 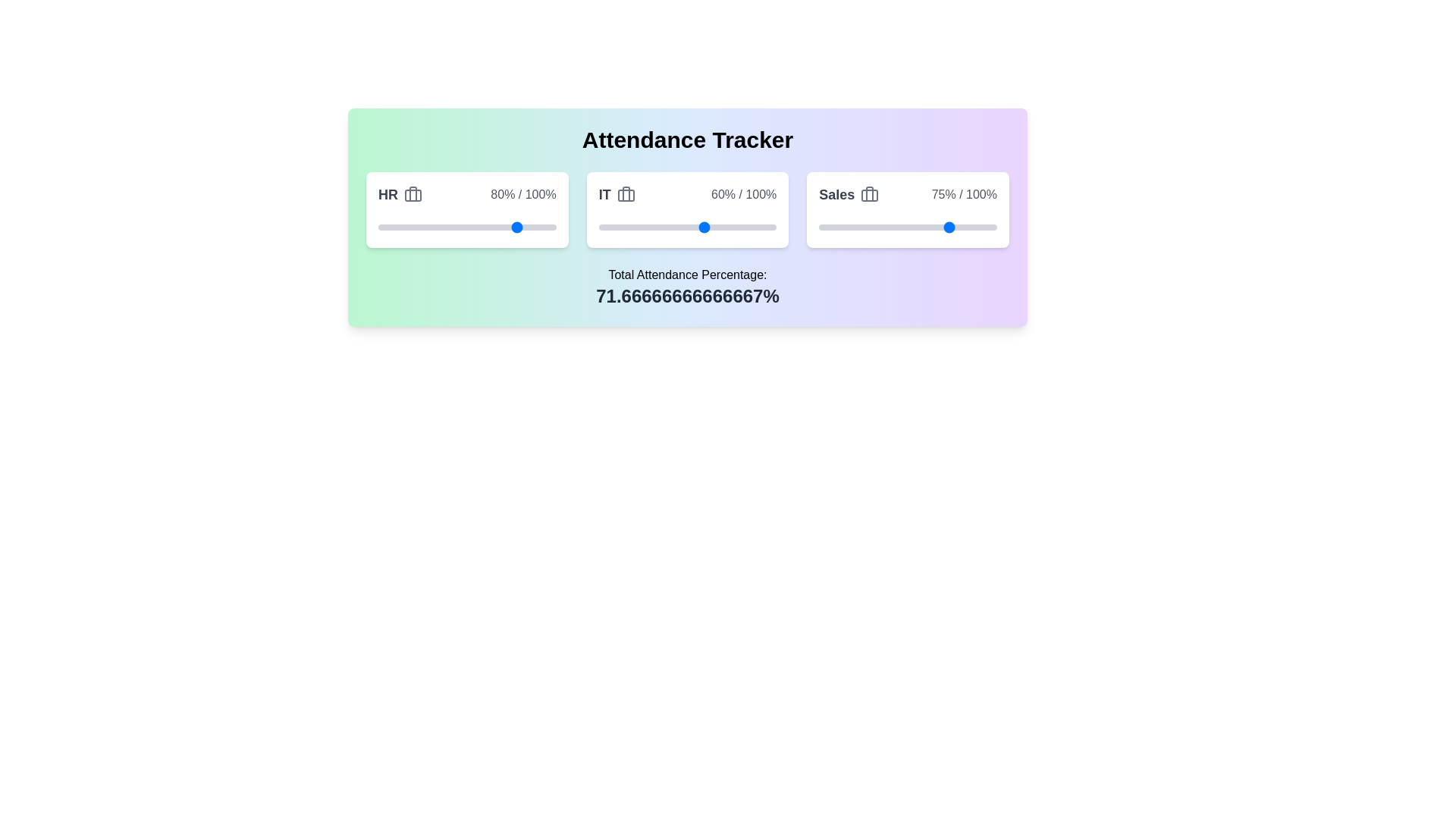 What do you see at coordinates (441, 227) in the screenshot?
I see `the HR slider` at bounding box center [441, 227].